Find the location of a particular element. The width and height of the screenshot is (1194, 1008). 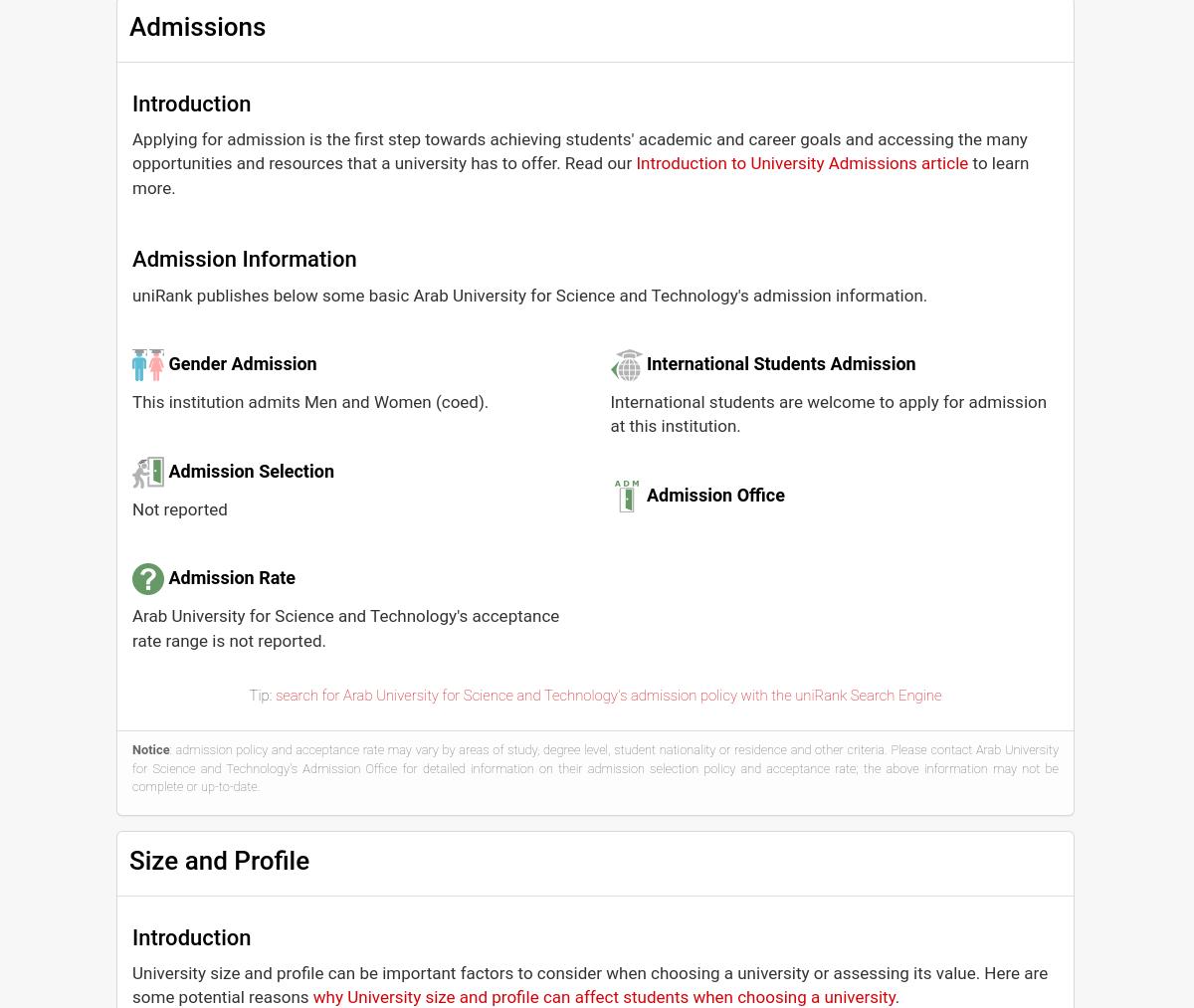

'Not reported' is located at coordinates (178, 507).